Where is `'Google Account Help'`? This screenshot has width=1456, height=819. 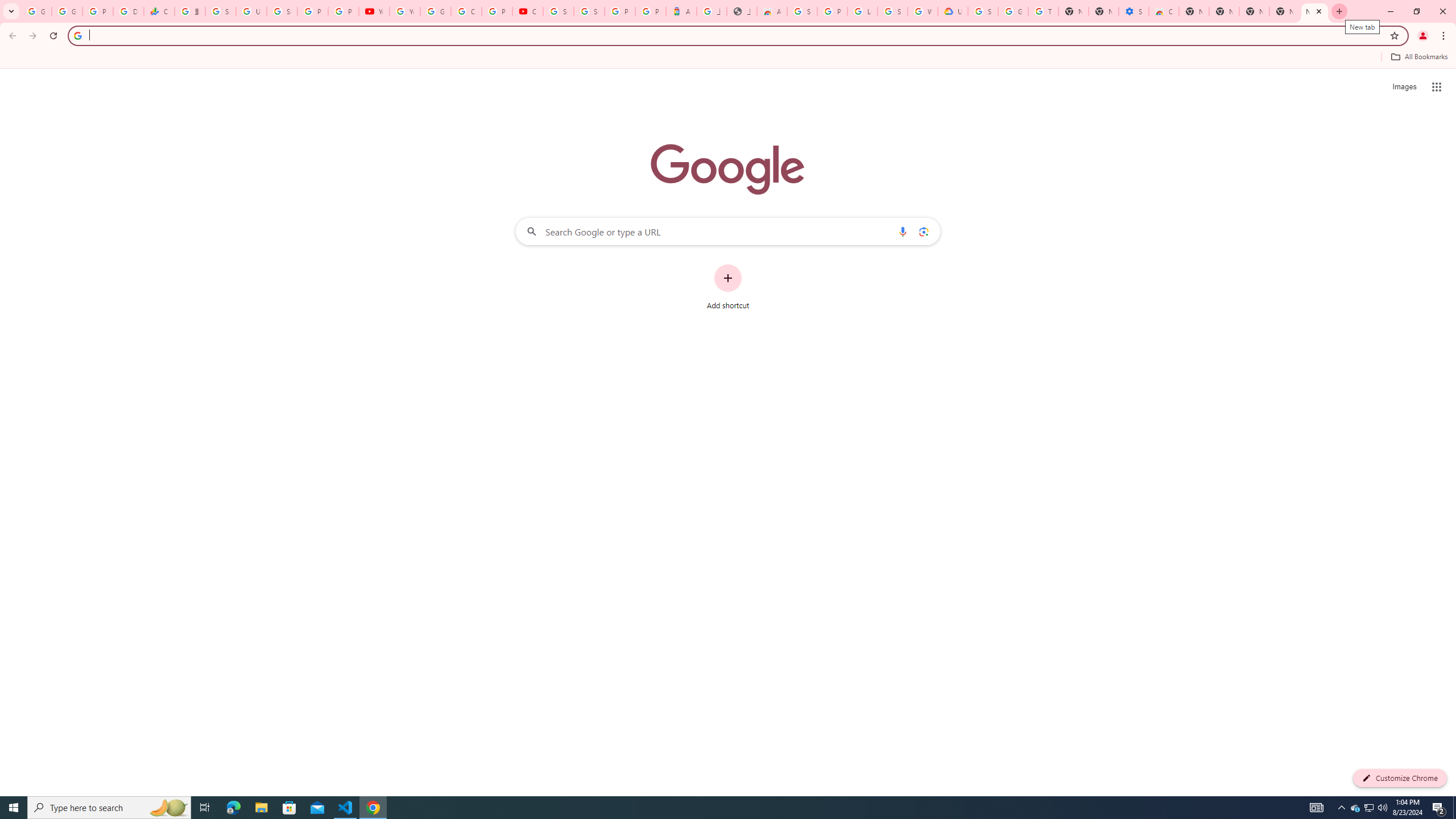
'Google Account Help' is located at coordinates (435, 11).